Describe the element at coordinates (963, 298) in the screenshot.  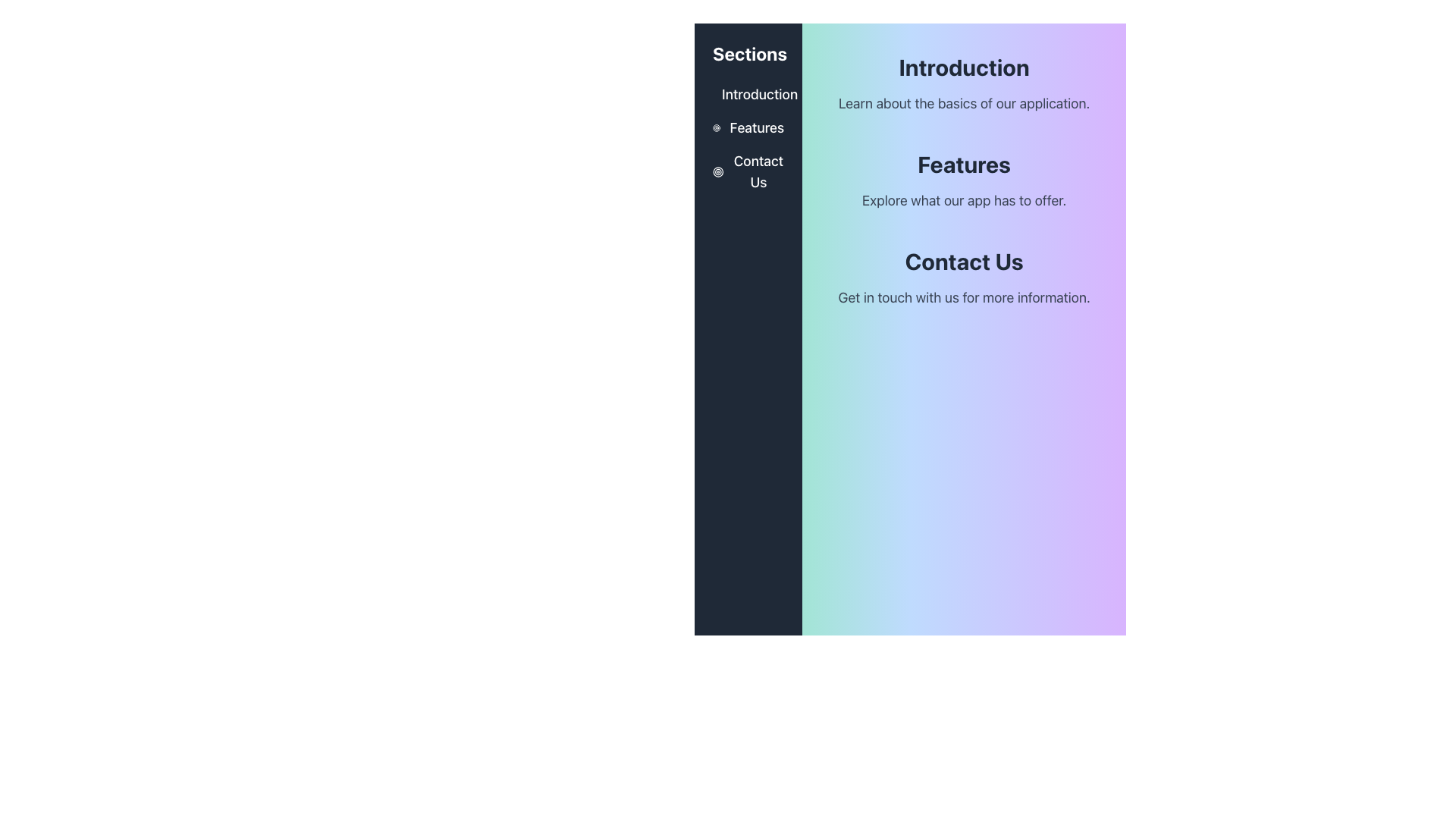
I see `the text element that reads 'Get in touch with us for more information.' which is styled in a light gray sans-serif font and located below the 'Contact Us' heading` at that location.